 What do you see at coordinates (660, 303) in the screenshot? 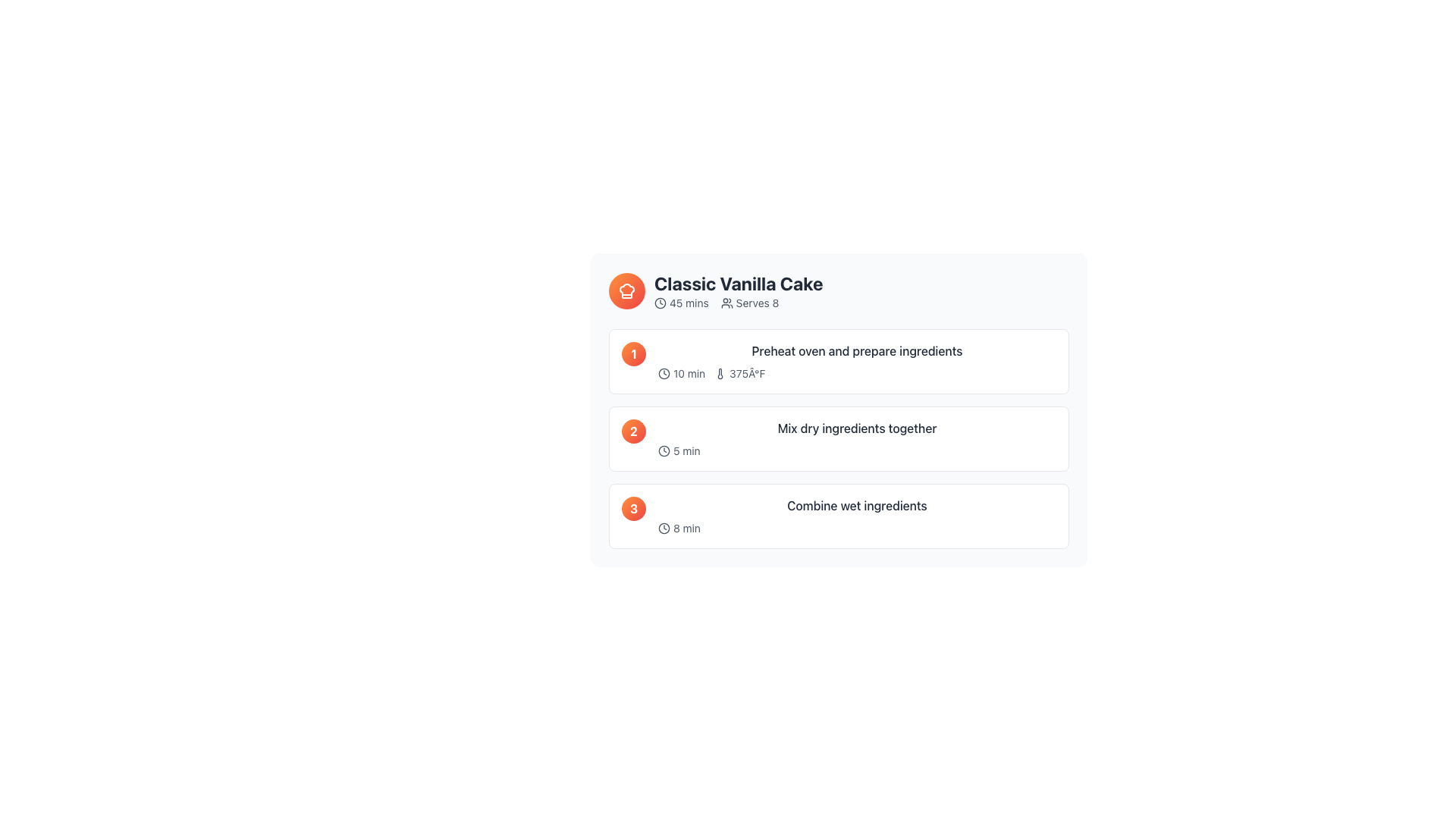
I see `clock icon located to the left of the text '45 mins' in the header section for its properties` at bounding box center [660, 303].